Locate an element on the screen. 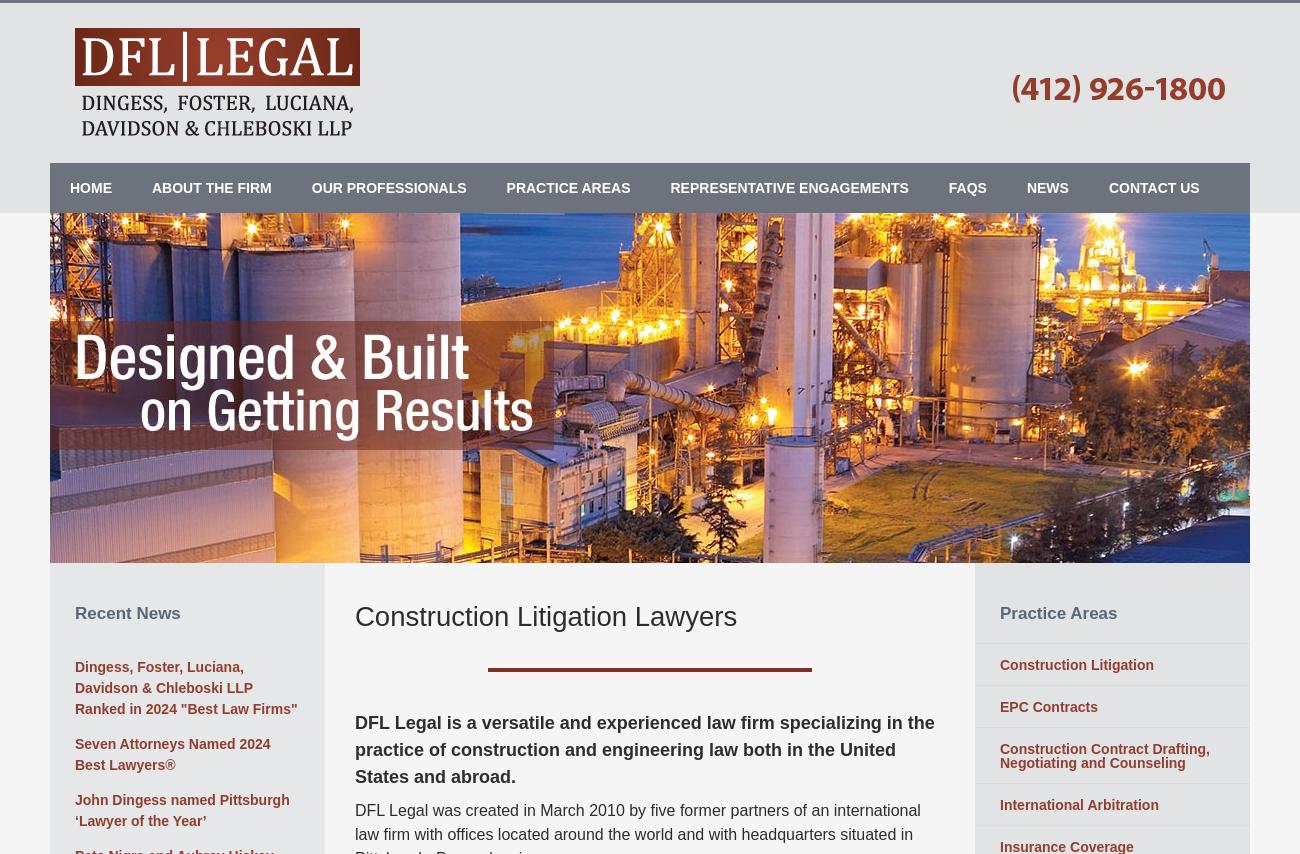 Image resolution: width=1300 pixels, height=854 pixels. 'Seven Attorneys Named 2024 Best Lawyers®' is located at coordinates (172, 753).